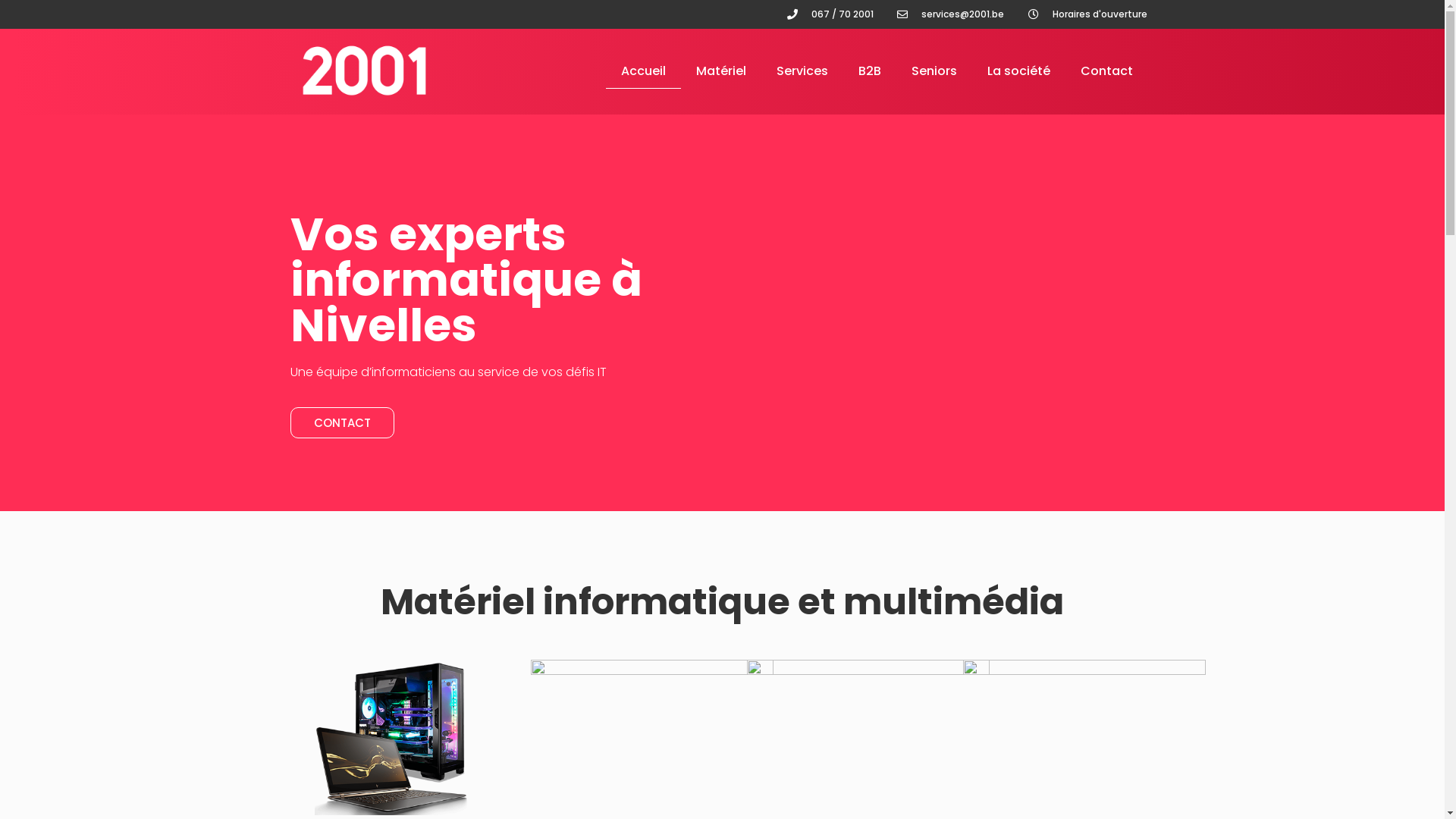 The width and height of the screenshot is (1456, 819). I want to click on 'Contact', so click(1106, 71).